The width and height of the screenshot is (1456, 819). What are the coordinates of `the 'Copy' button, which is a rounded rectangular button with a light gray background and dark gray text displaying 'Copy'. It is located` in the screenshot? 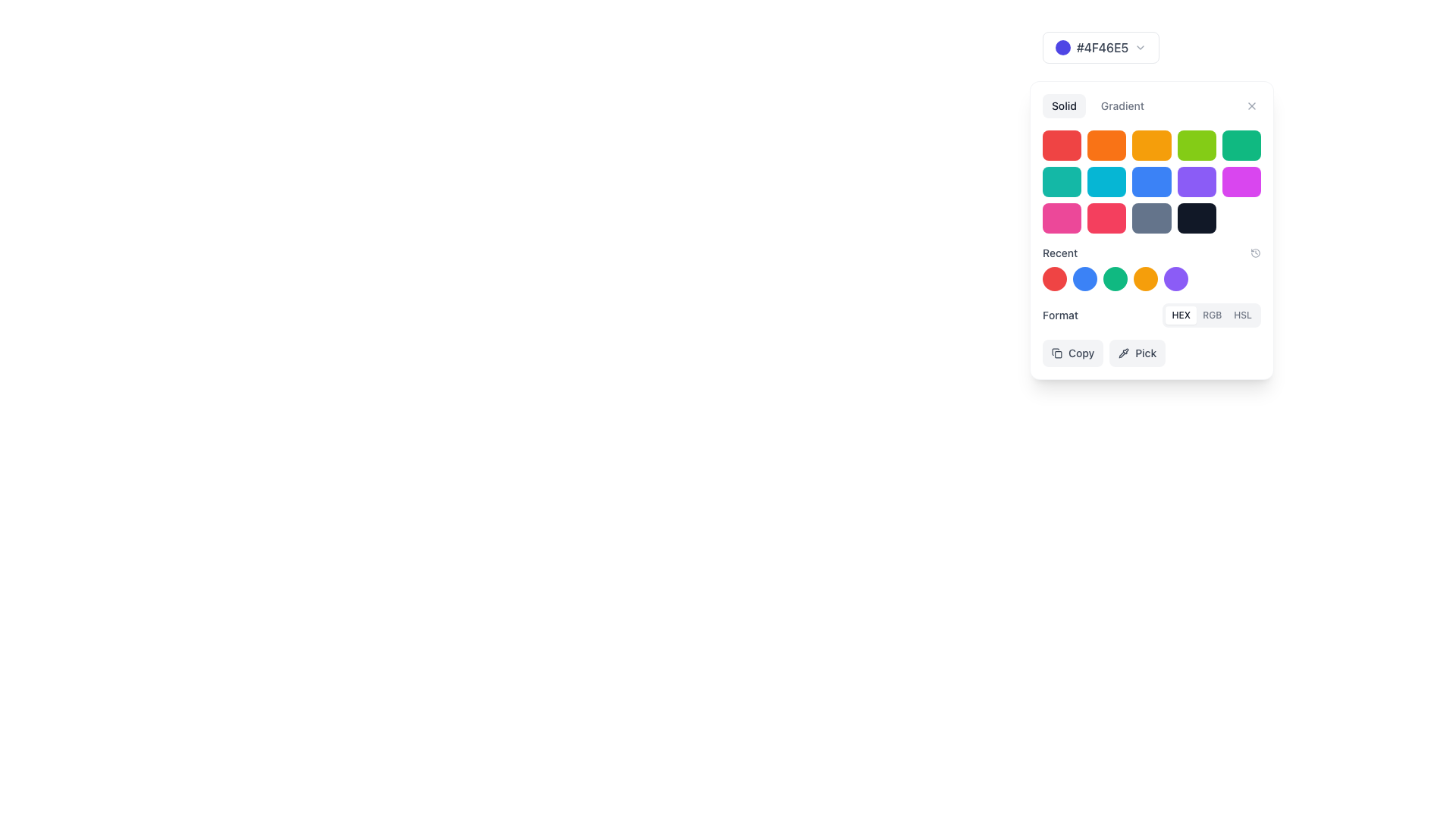 It's located at (1072, 353).